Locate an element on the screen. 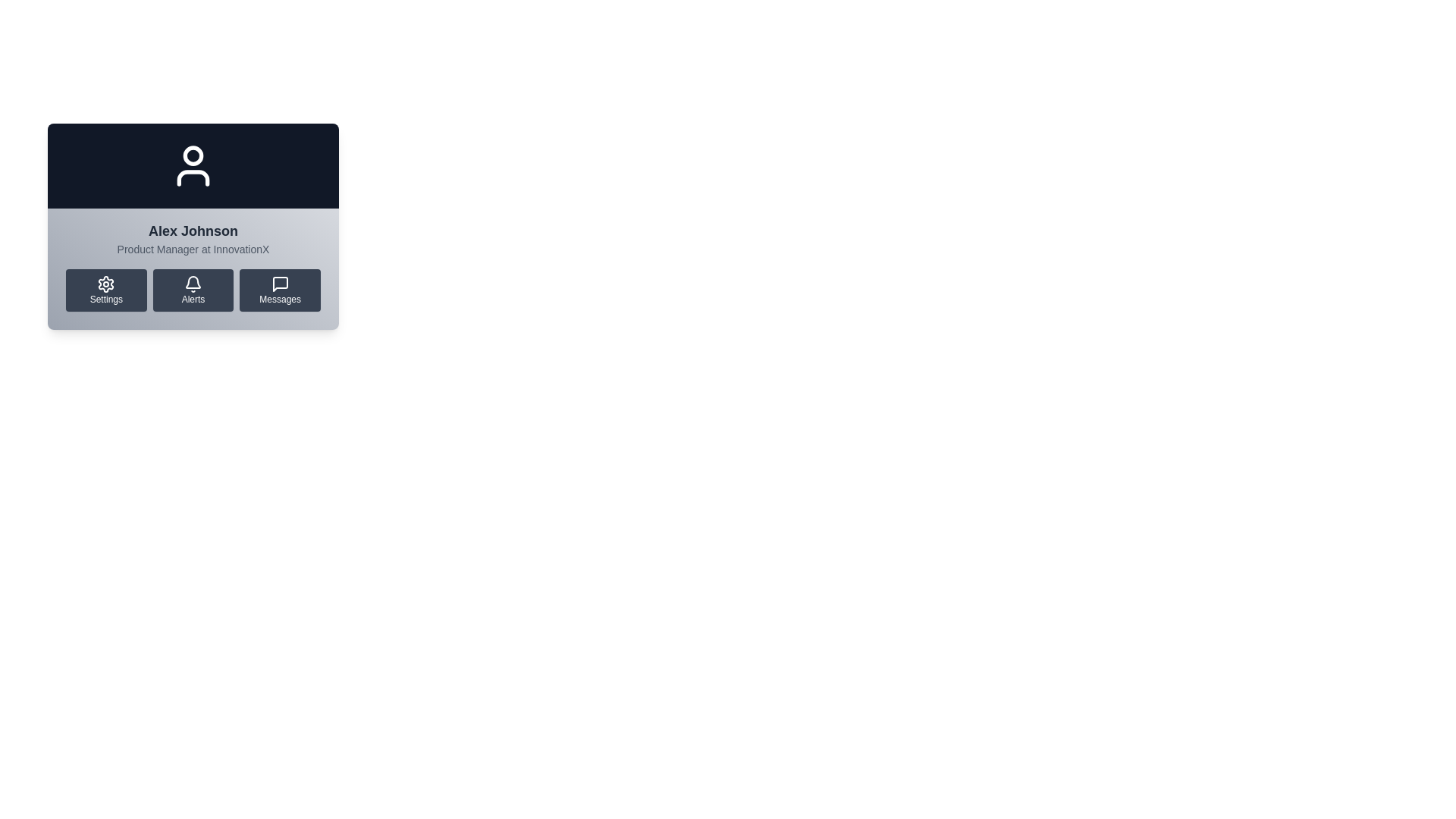 This screenshot has width=1456, height=819. the bell icon within the 'Alerts' button is located at coordinates (192, 282).